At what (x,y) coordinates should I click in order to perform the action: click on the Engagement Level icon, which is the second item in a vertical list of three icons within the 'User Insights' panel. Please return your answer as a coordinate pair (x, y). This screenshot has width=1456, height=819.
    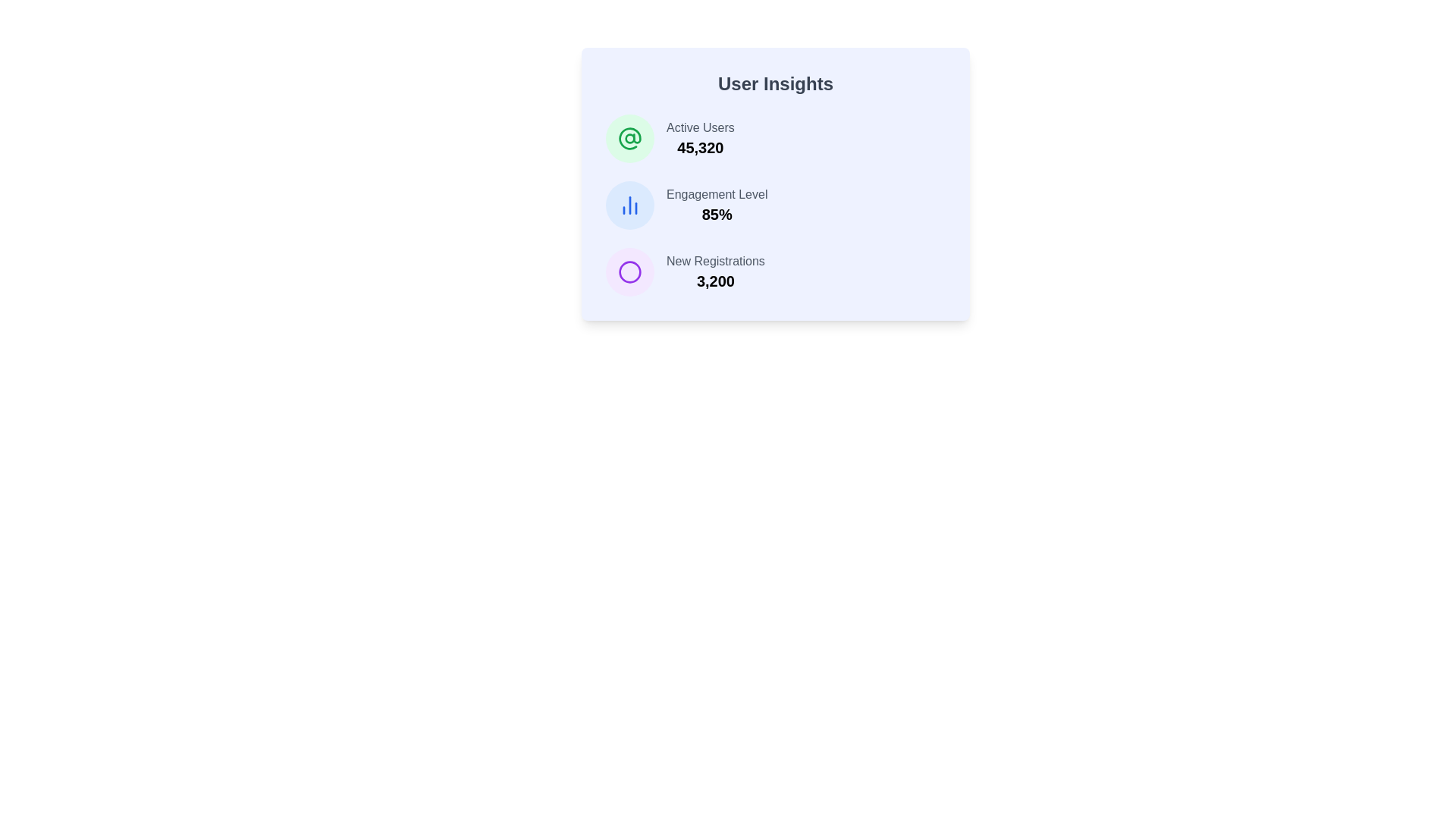
    Looking at the image, I should click on (629, 205).